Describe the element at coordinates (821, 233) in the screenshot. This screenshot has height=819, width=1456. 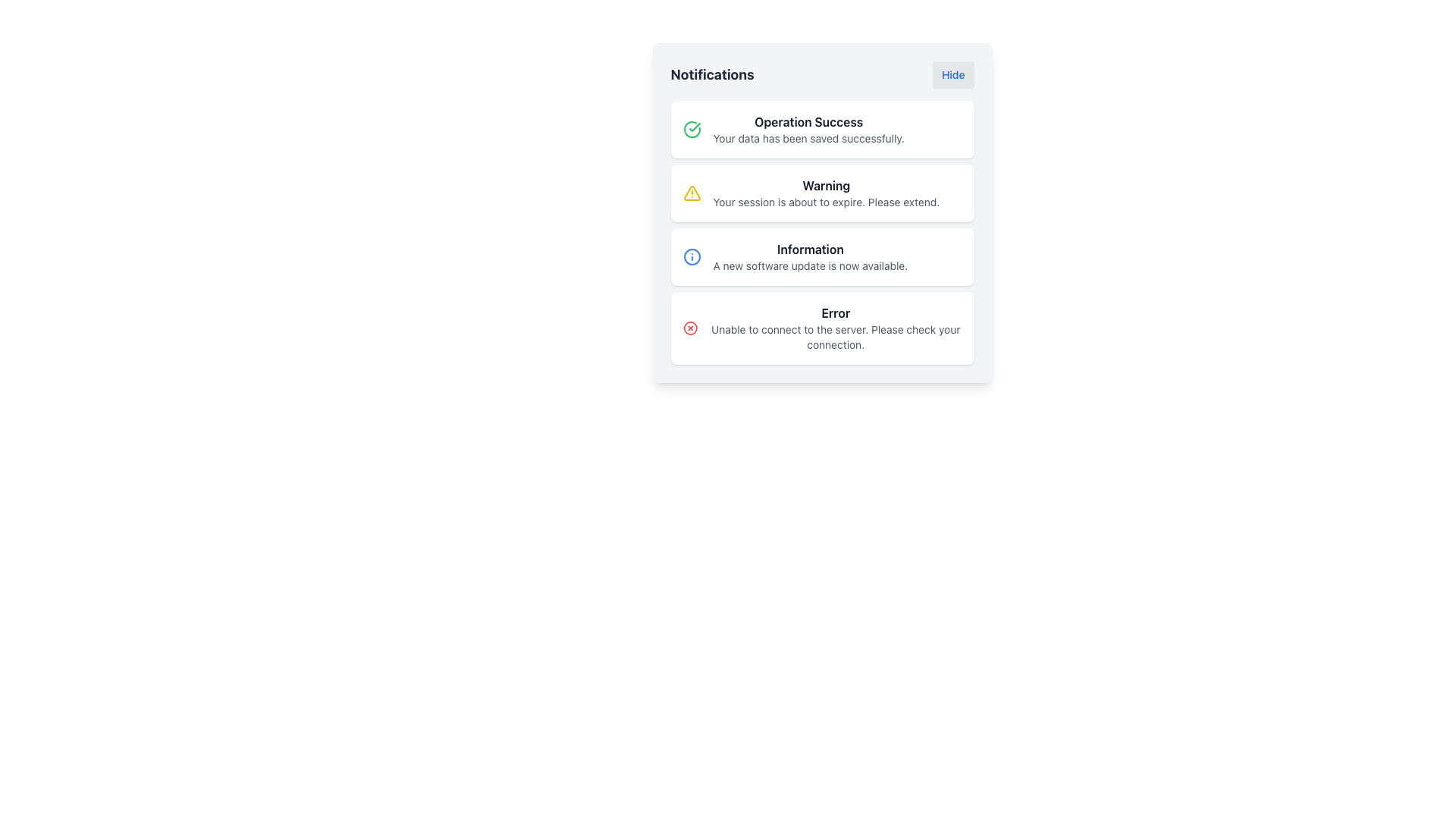
I see `notifications from the Notification Group, which is the third item in the vertically aligned list inside the 'Notifications' card` at that location.